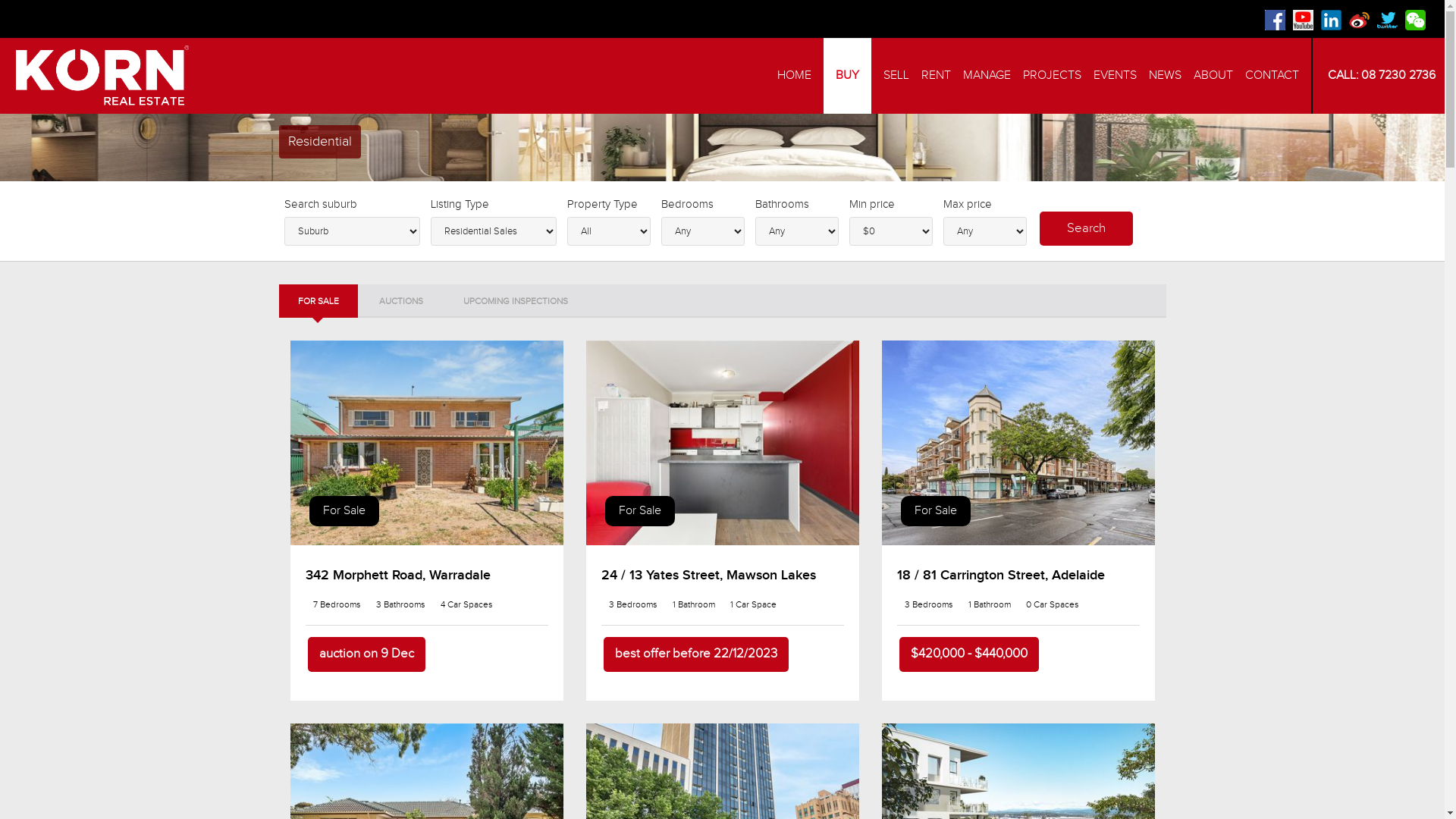 Image resolution: width=1456 pixels, height=819 pixels. What do you see at coordinates (935, 76) in the screenshot?
I see `'RENT'` at bounding box center [935, 76].